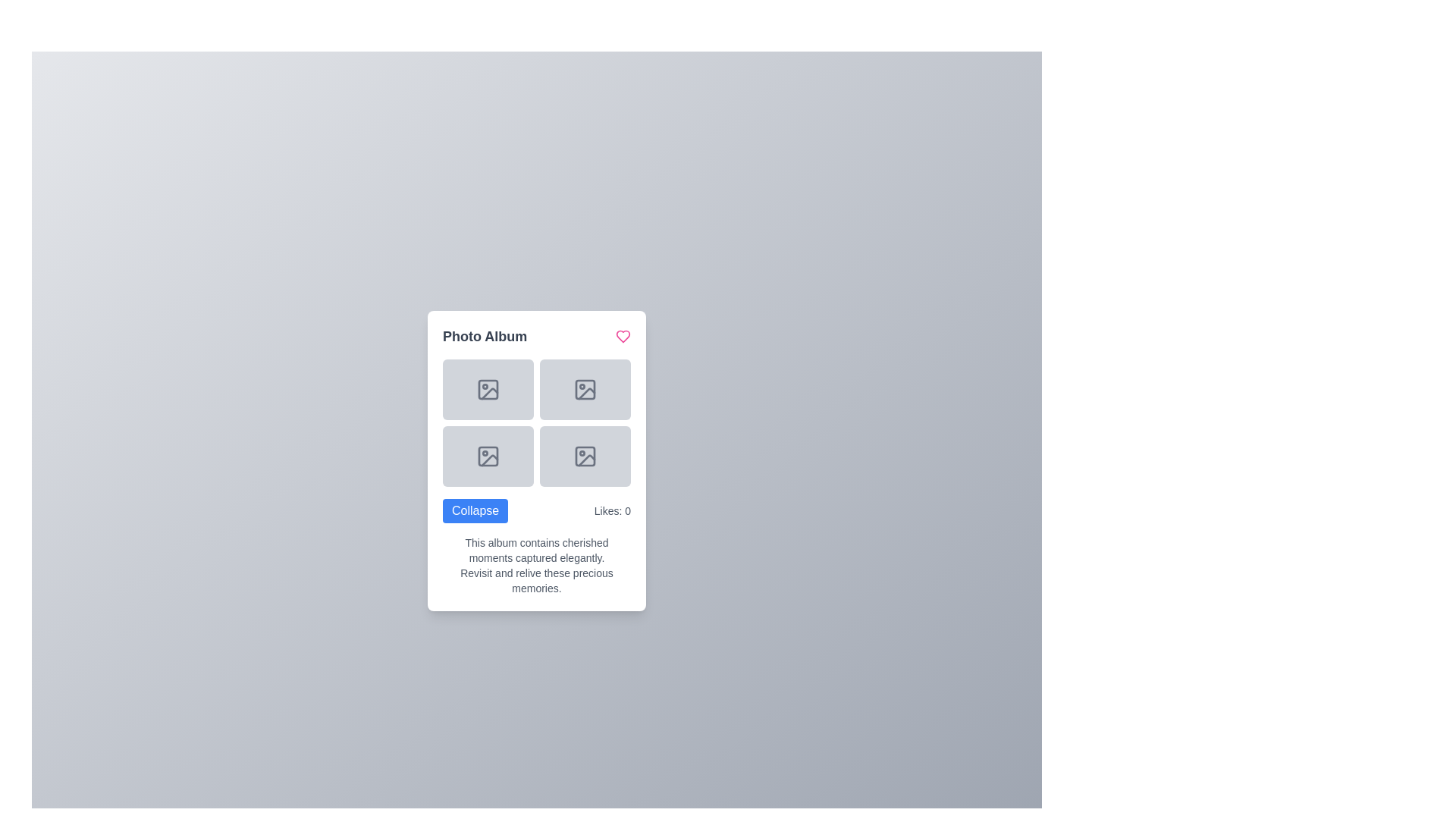 This screenshot has width=1456, height=819. Describe the element at coordinates (488, 455) in the screenshot. I see `the icon representing an image slot in the photo album` at that location.